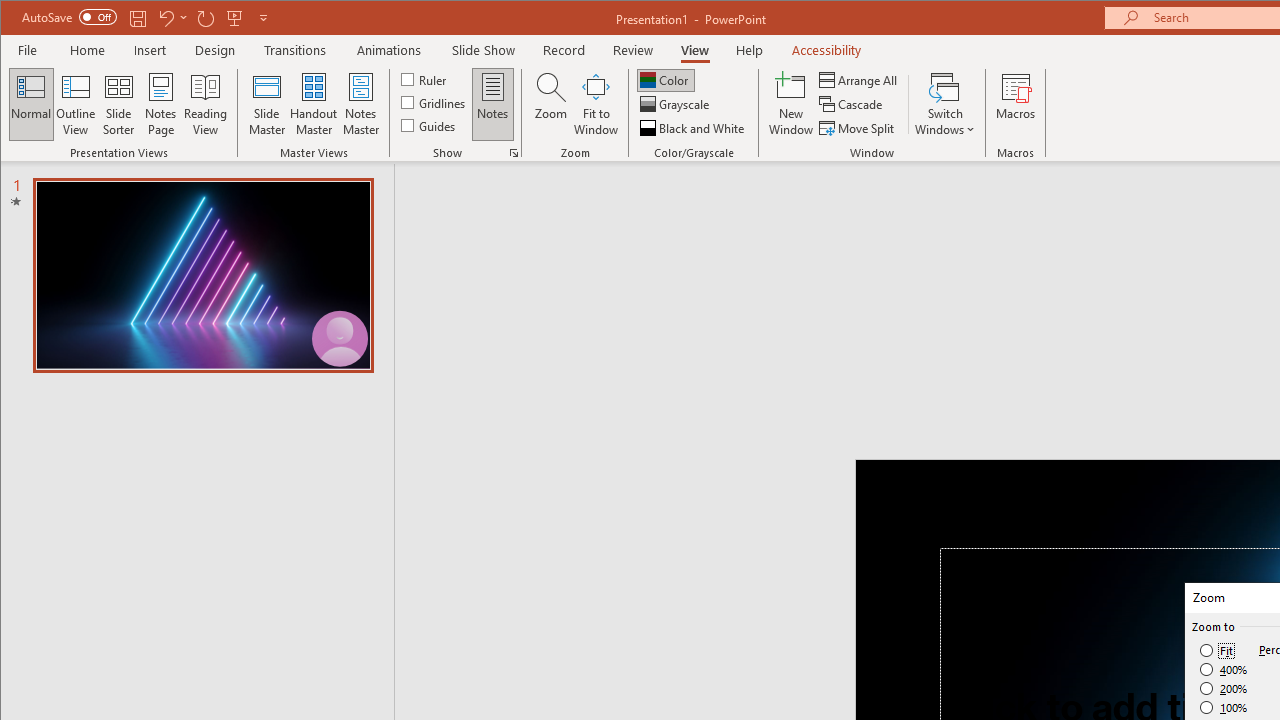 Image resolution: width=1280 pixels, height=720 pixels. What do you see at coordinates (360, 104) in the screenshot?
I see `'Notes Master'` at bounding box center [360, 104].